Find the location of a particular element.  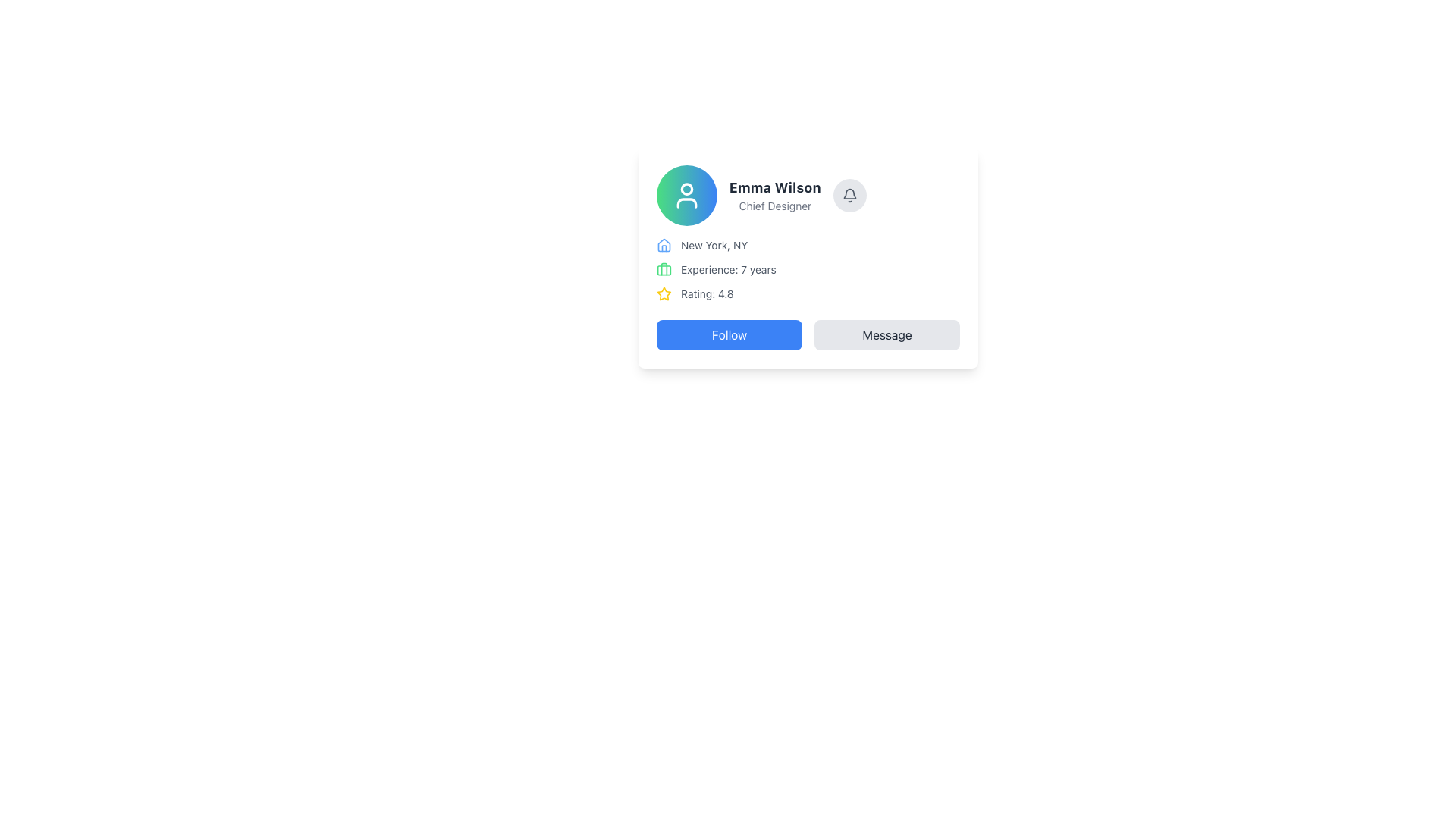

the Text Label that displays the location associated with the profile, positioned below the name and title in the profile card, to the right of a house icon is located at coordinates (714, 245).